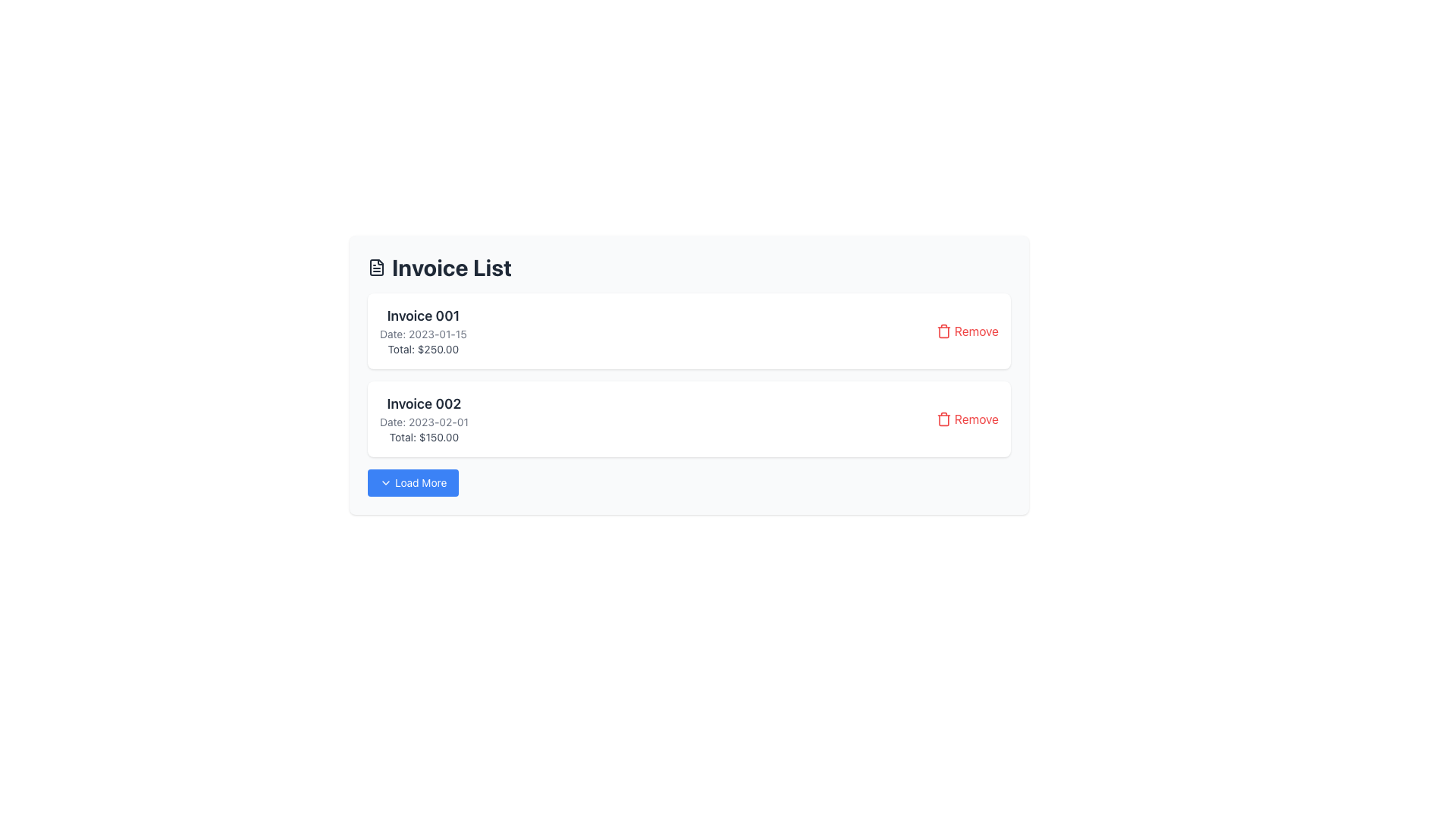 The height and width of the screenshot is (819, 1456). Describe the element at coordinates (423, 315) in the screenshot. I see `the 'Invoice 001' text label, which is the first line of text in a section that includes the date and total amount for the invoice, styled with a larger, bold font and dark gray color` at that location.